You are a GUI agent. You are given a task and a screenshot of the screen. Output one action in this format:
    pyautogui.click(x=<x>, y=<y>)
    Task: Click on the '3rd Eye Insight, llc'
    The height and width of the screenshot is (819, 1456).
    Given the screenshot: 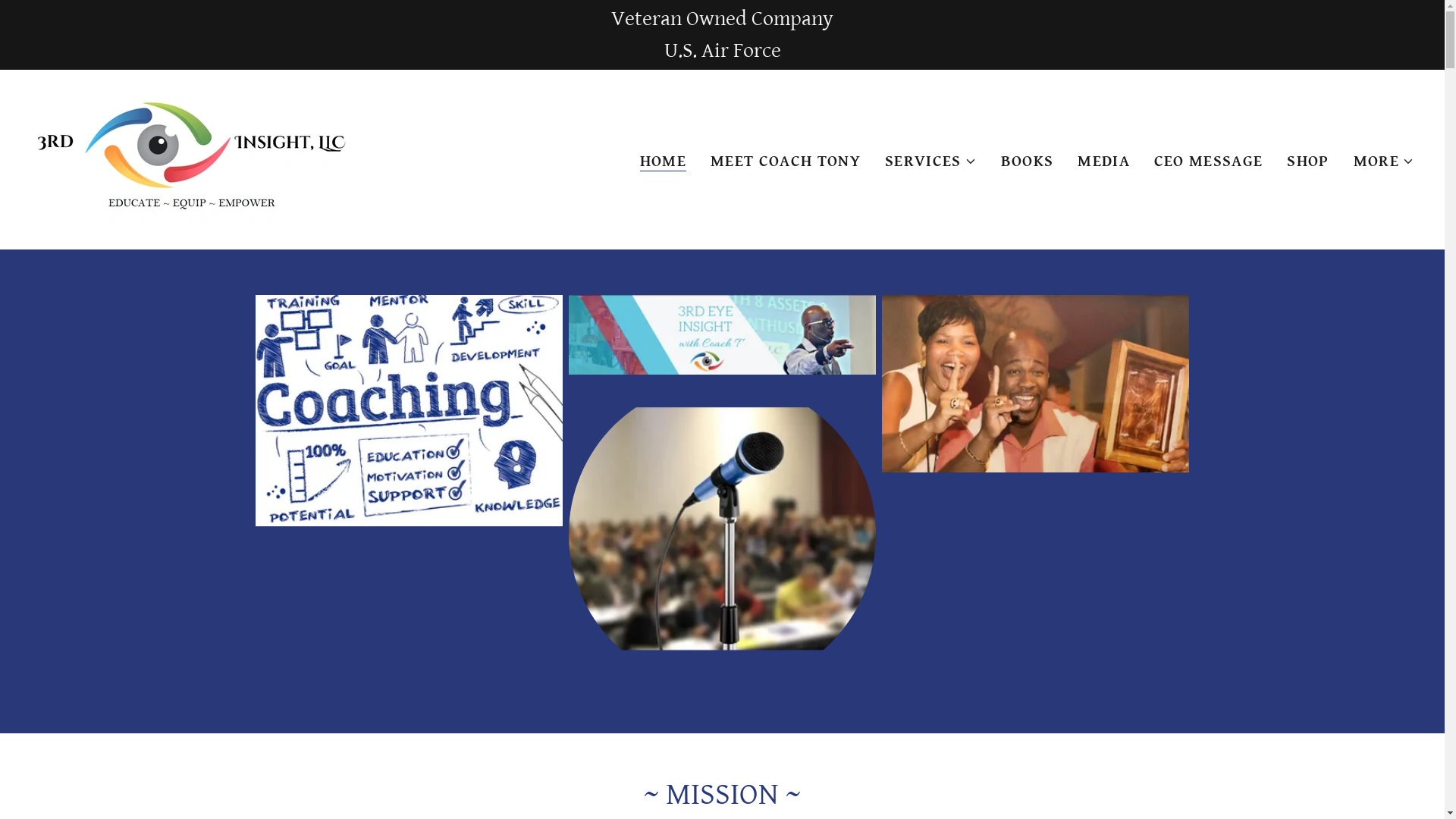 What is the action you would take?
    pyautogui.click(x=192, y=158)
    